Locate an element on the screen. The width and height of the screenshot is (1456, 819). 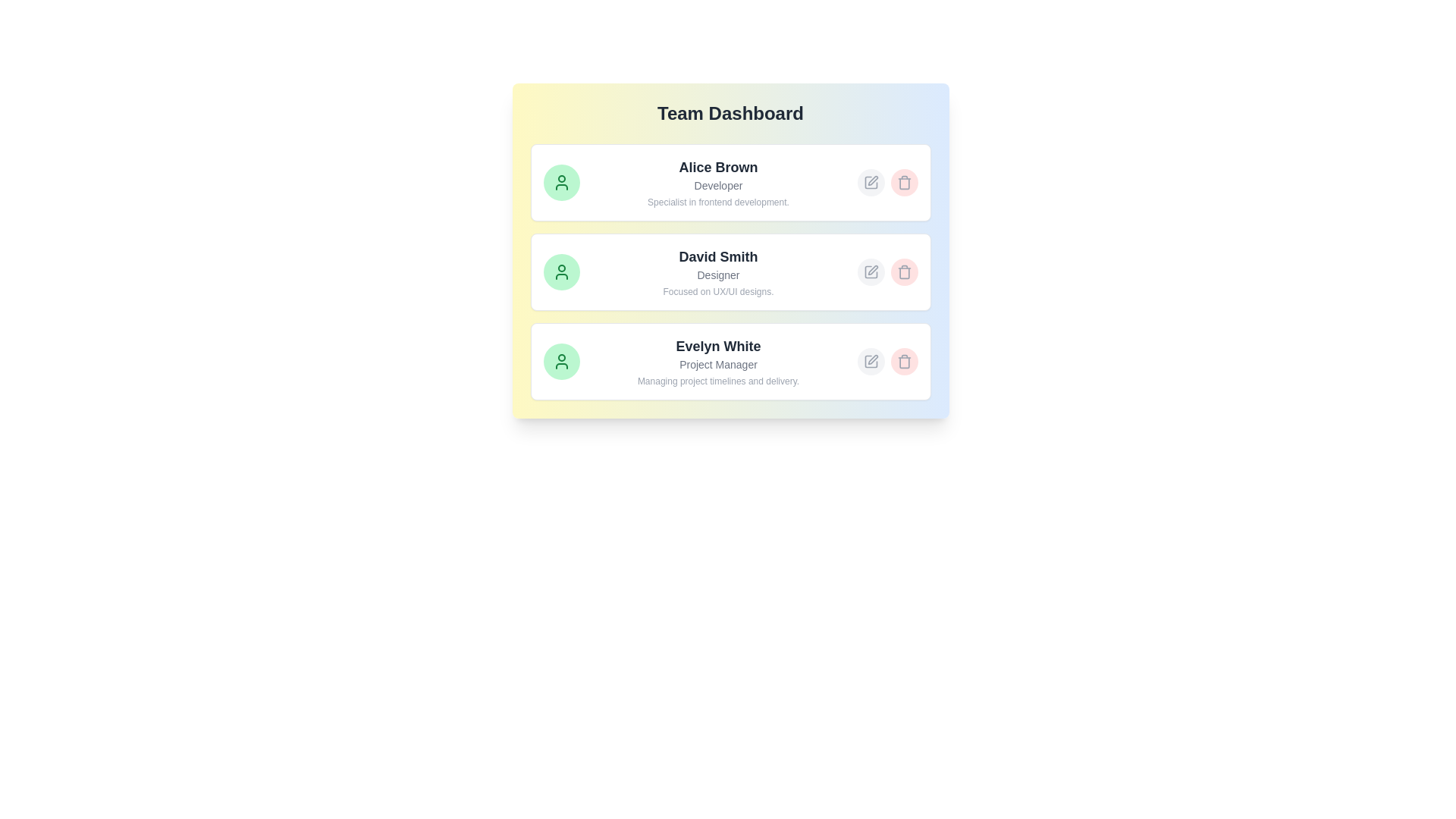
the delete button (trash can icon) located in the first row of the vertically arranged list of cards, adjacent to the details of 'Alice Brown' is located at coordinates (904, 181).